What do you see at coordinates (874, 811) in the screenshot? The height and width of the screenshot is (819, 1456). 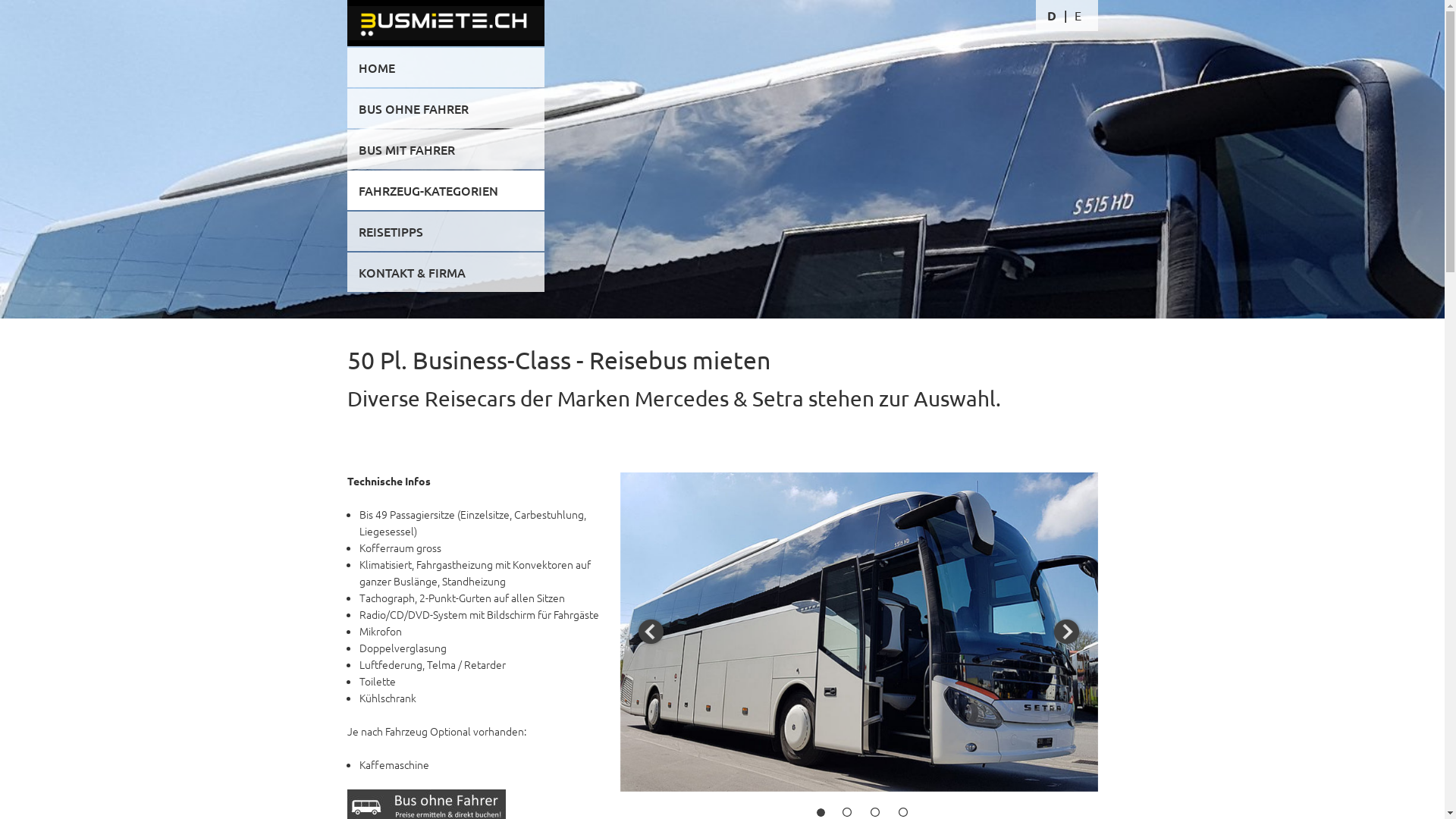 I see `'3'` at bounding box center [874, 811].